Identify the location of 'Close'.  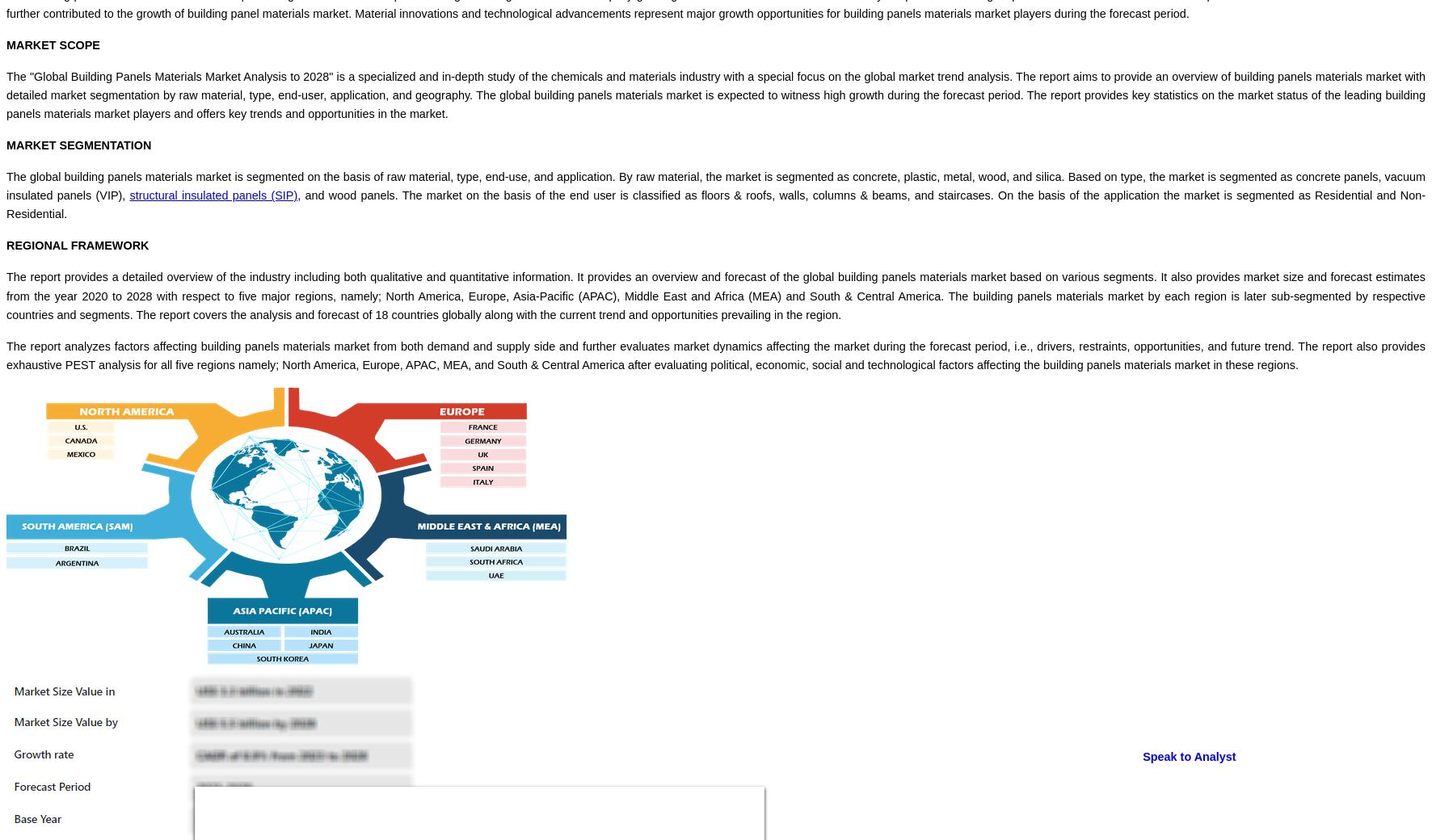
(315, 187).